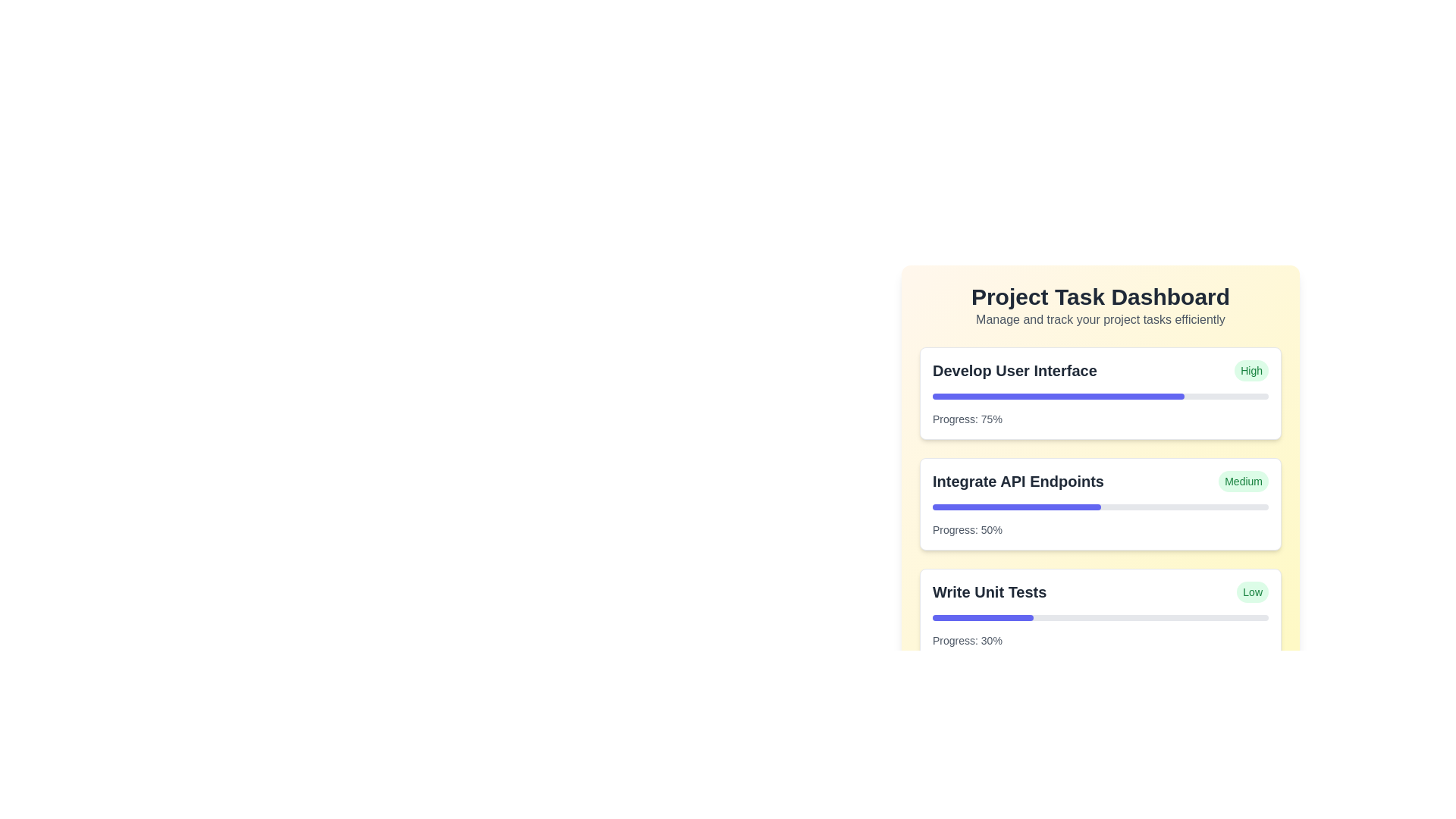 Image resolution: width=1456 pixels, height=819 pixels. Describe the element at coordinates (1100, 614) in the screenshot. I see `the progress bar of the Task Card titled 'Write Unit Tests', which is the third entry in the vertically stacked list of task cards` at that location.